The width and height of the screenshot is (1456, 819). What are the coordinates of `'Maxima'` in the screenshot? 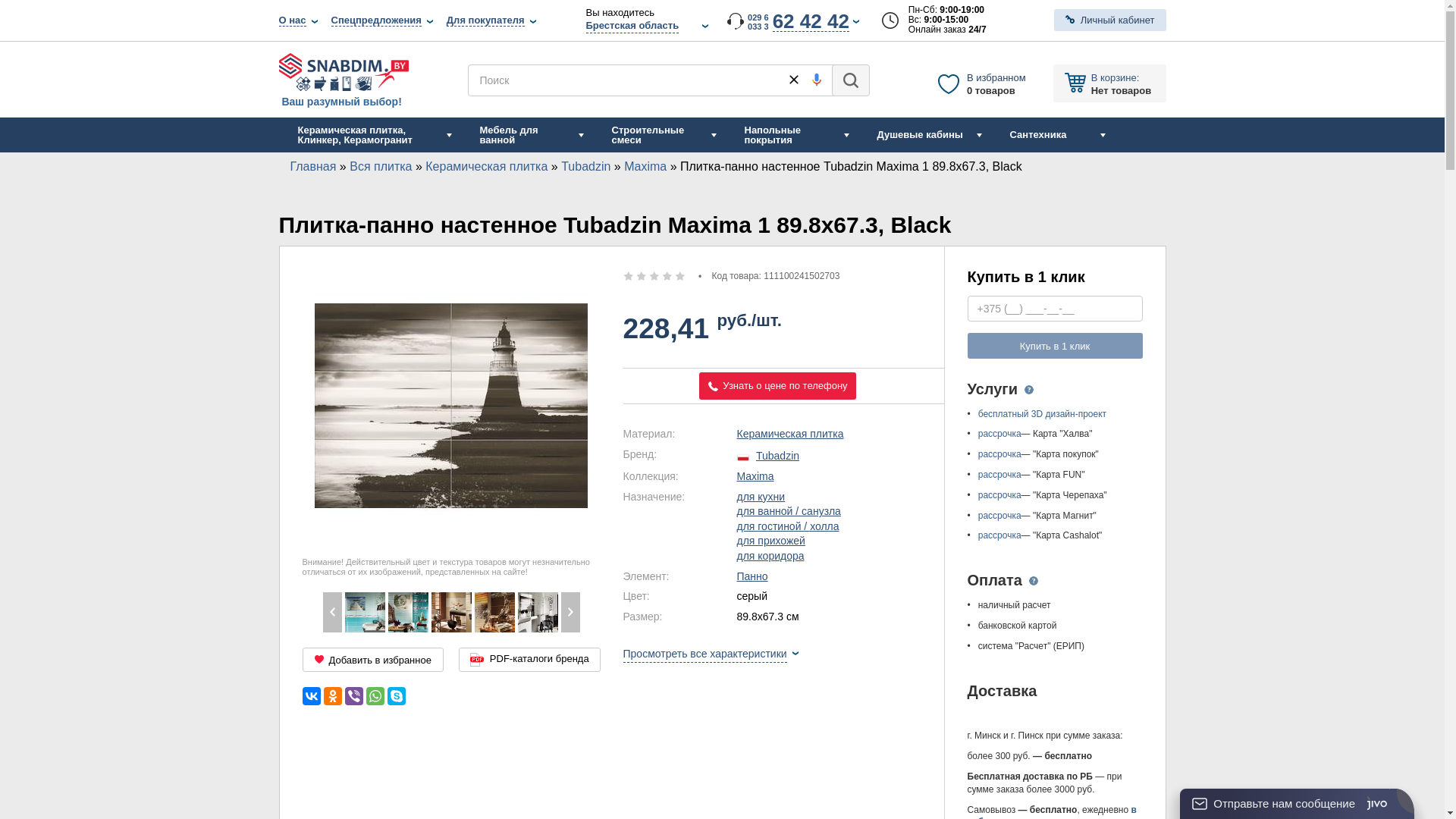 It's located at (623, 166).